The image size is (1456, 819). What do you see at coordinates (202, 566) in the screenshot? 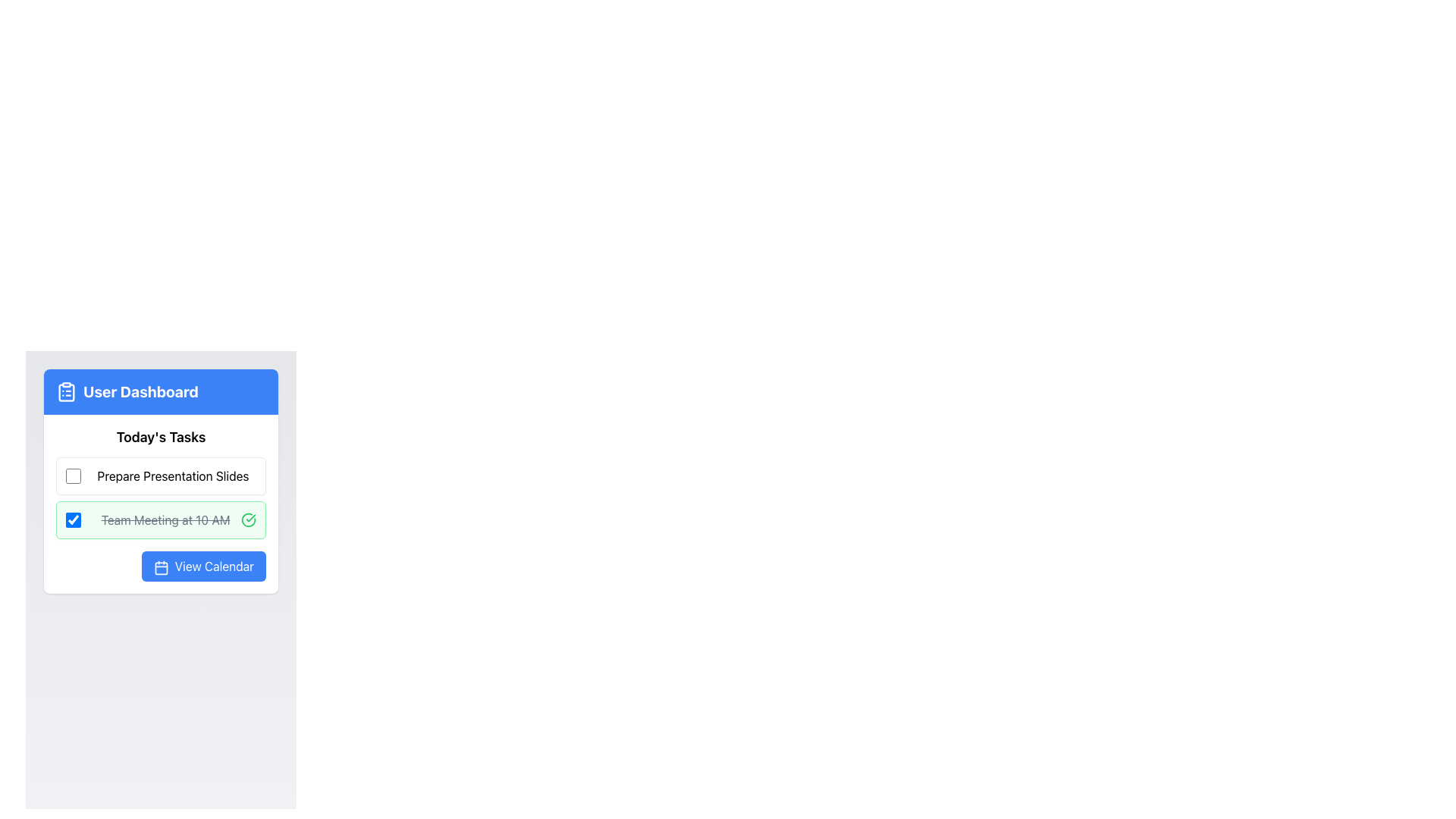
I see `the blue, rounded rectangular button labeled 'View Calendar' located in the 'Today's Tasks' section of the User Dashboard` at bounding box center [202, 566].